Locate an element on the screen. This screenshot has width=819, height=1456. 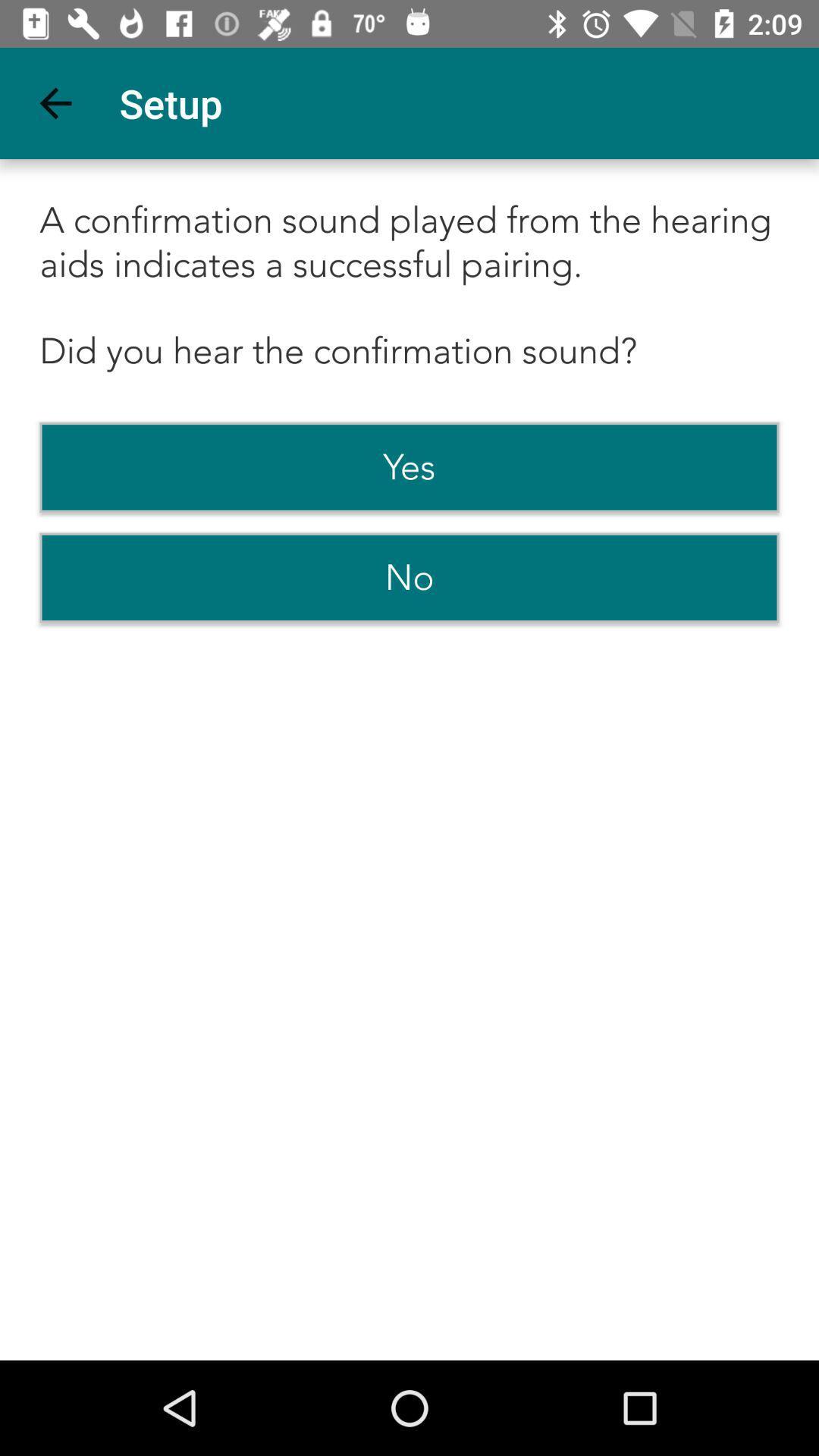
the item below yes icon is located at coordinates (409, 577).